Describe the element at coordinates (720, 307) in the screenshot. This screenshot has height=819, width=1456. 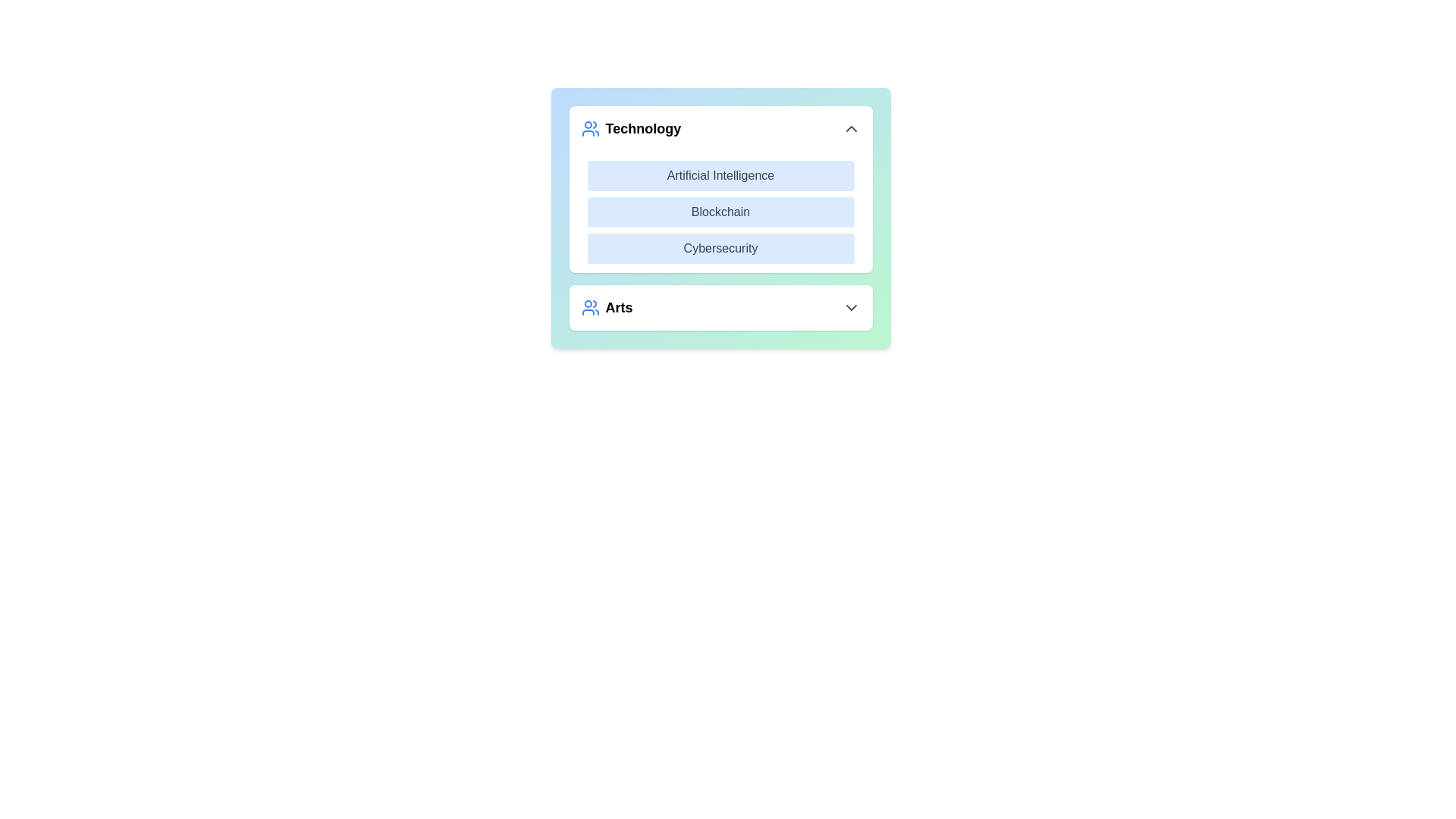
I see `the item Arts in the list to observe the hover effect` at that location.